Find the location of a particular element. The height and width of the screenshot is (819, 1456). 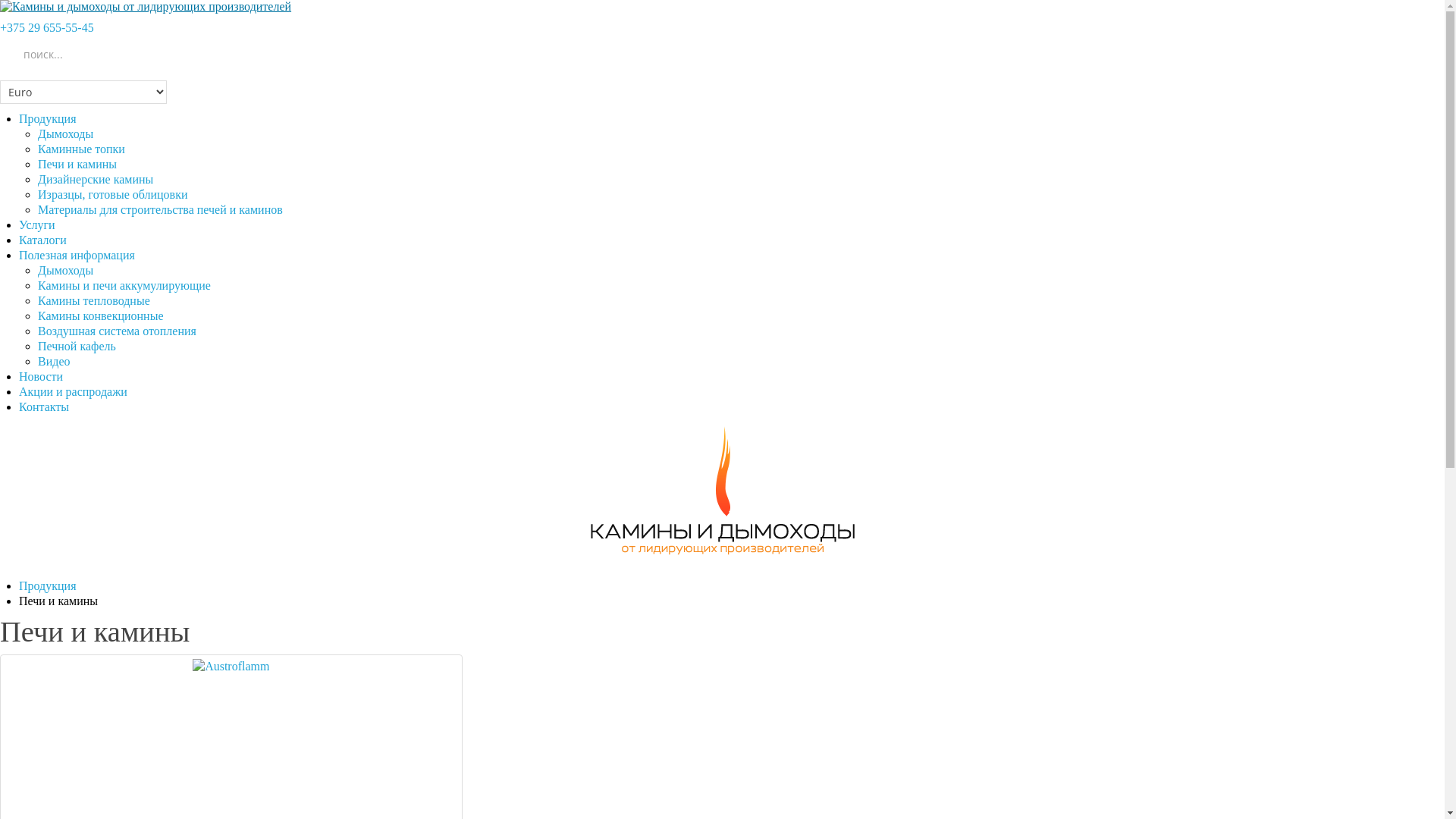

'Austroflamm' is located at coordinates (230, 666).